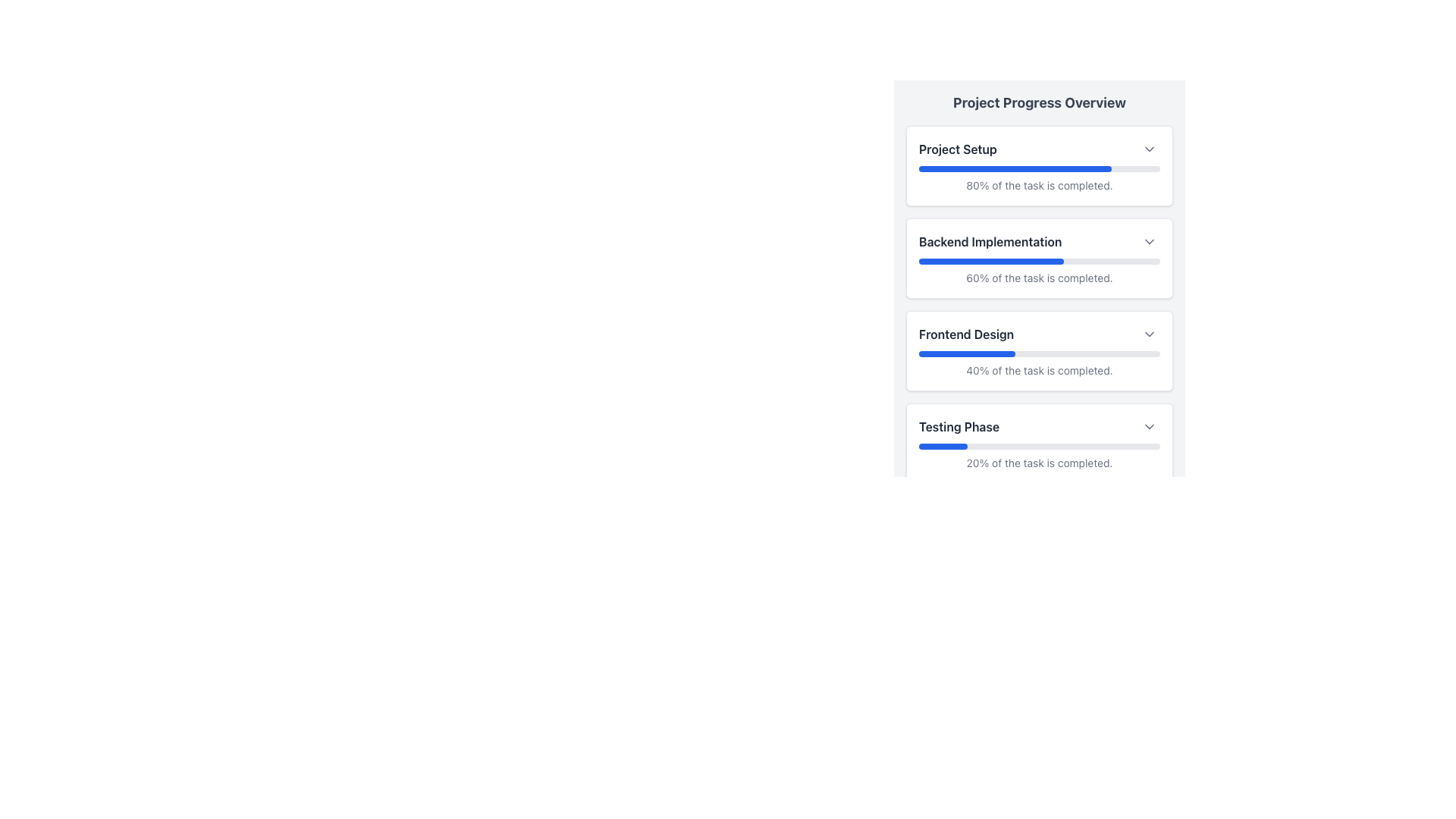  What do you see at coordinates (1039, 427) in the screenshot?
I see `the 'Testing Phase' section in the fourth white box` at bounding box center [1039, 427].